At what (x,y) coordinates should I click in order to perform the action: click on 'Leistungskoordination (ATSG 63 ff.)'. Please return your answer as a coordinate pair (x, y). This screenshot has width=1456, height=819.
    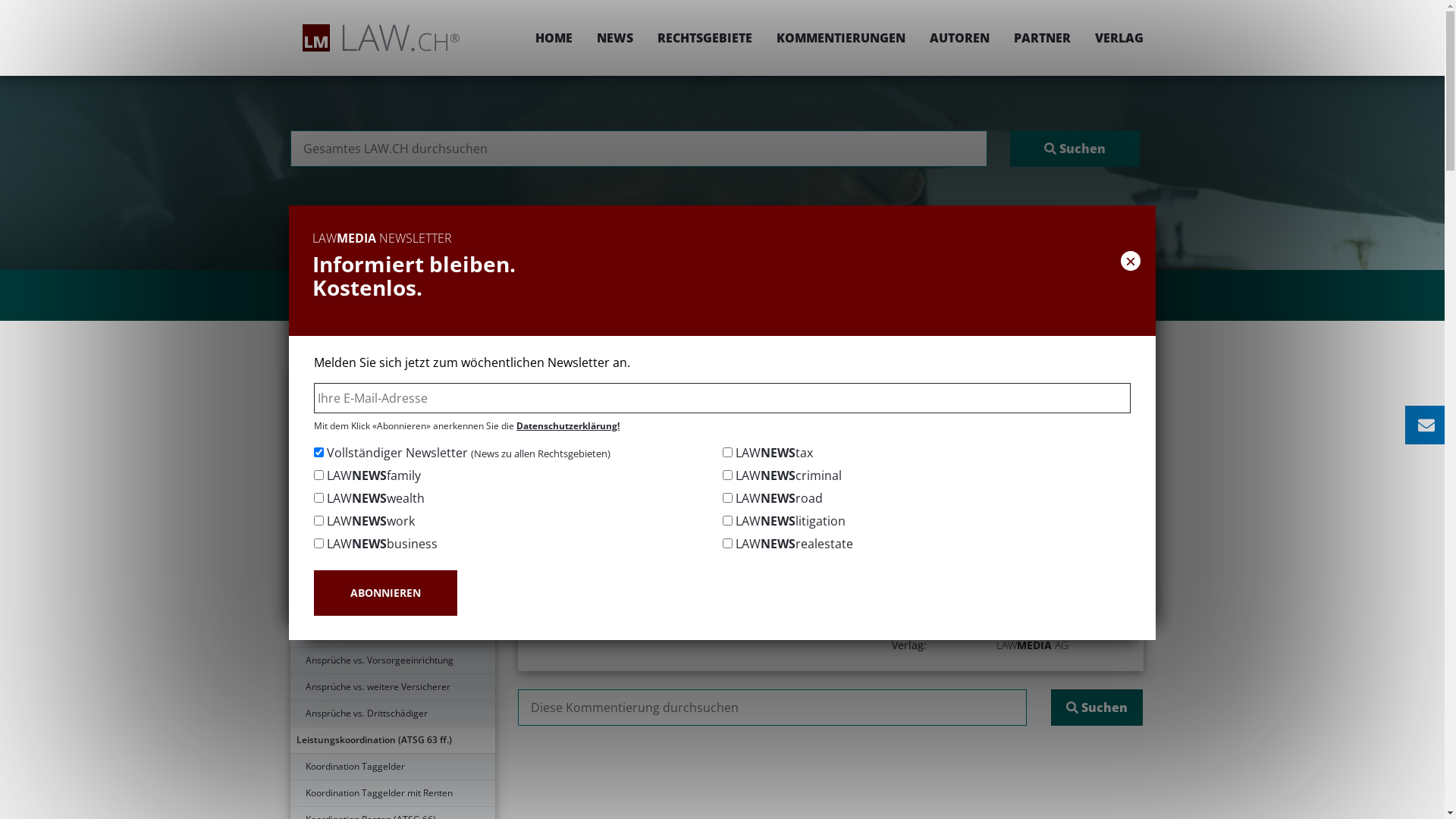
    Looking at the image, I should click on (392, 739).